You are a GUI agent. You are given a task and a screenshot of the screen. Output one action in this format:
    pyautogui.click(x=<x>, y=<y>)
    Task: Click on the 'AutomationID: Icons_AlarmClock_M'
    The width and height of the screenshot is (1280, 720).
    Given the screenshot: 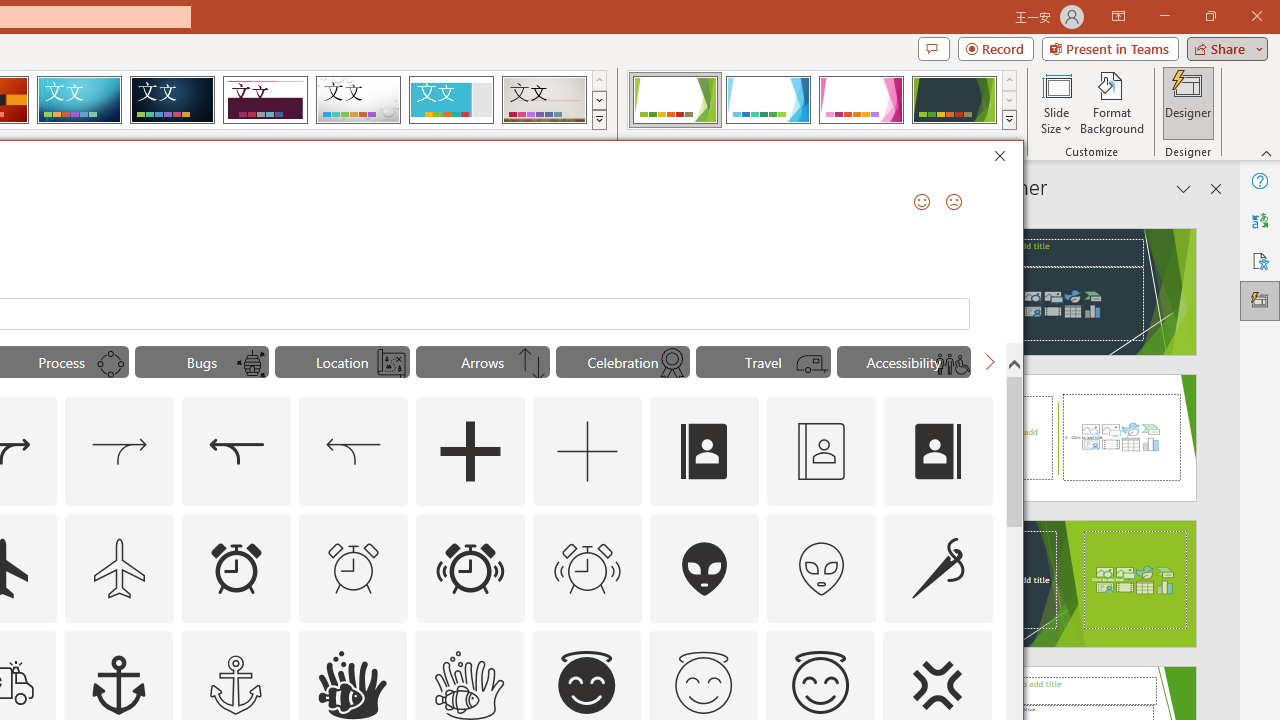 What is the action you would take?
    pyautogui.click(x=353, y=568)
    